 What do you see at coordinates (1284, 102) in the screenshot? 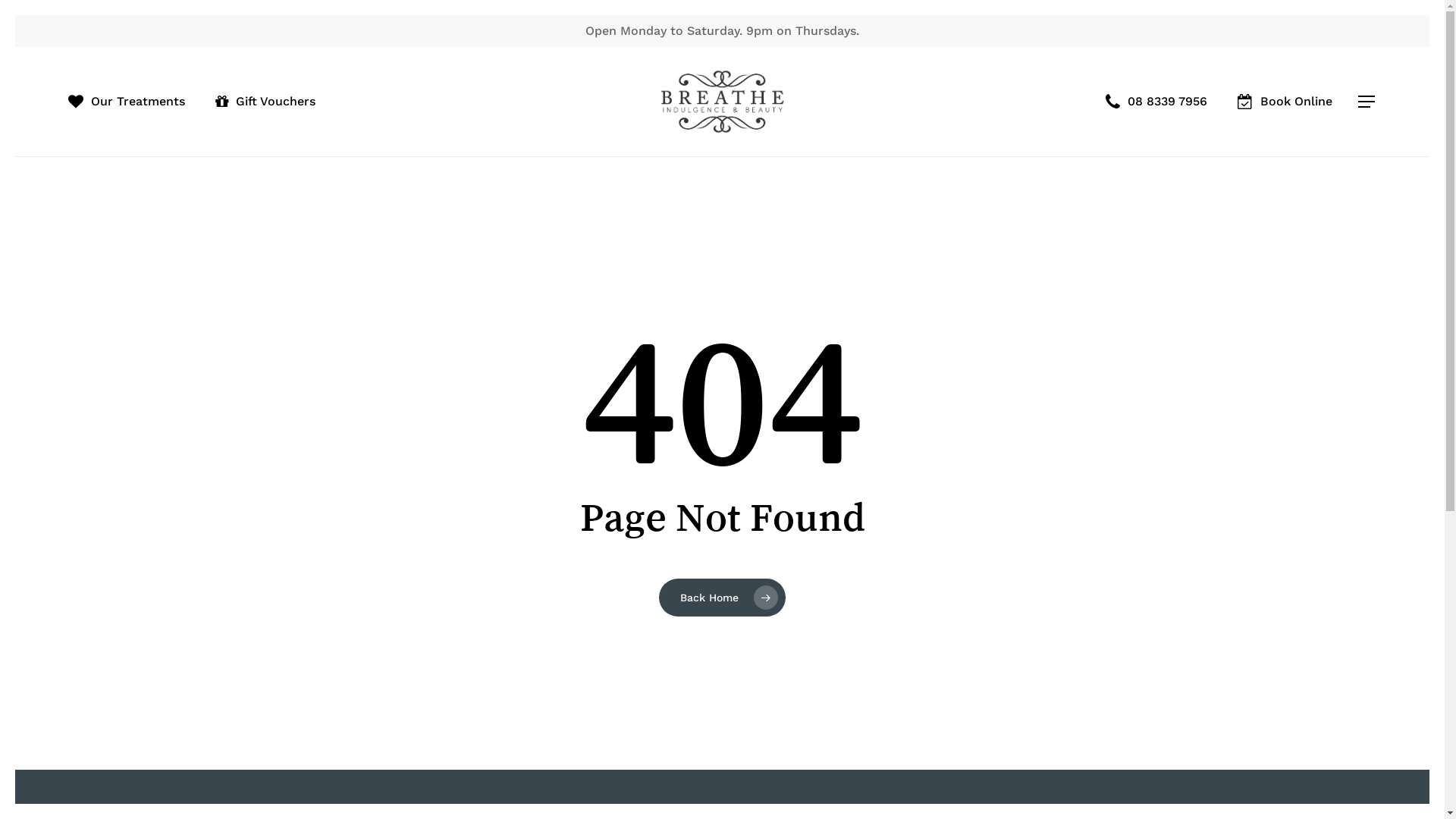
I see `'Book Online'` at bounding box center [1284, 102].